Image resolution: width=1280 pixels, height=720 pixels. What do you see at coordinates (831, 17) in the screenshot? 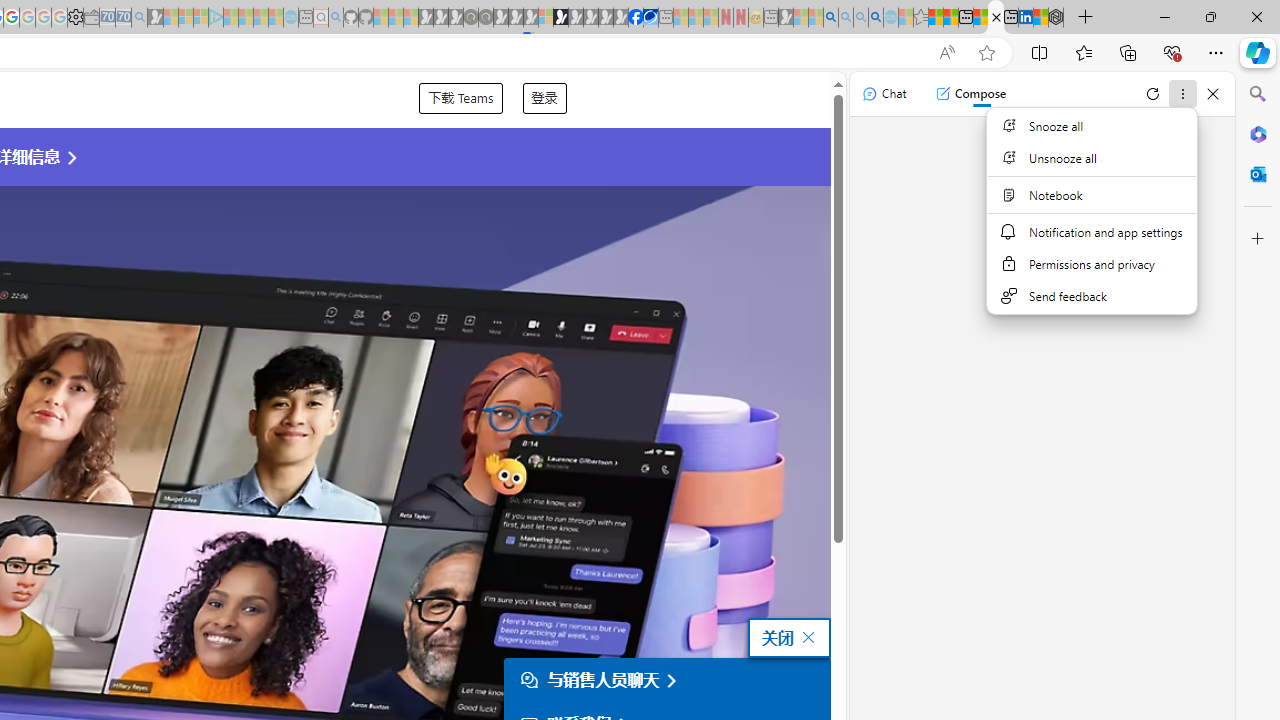
I see `'Bing AI - Search'` at bounding box center [831, 17].